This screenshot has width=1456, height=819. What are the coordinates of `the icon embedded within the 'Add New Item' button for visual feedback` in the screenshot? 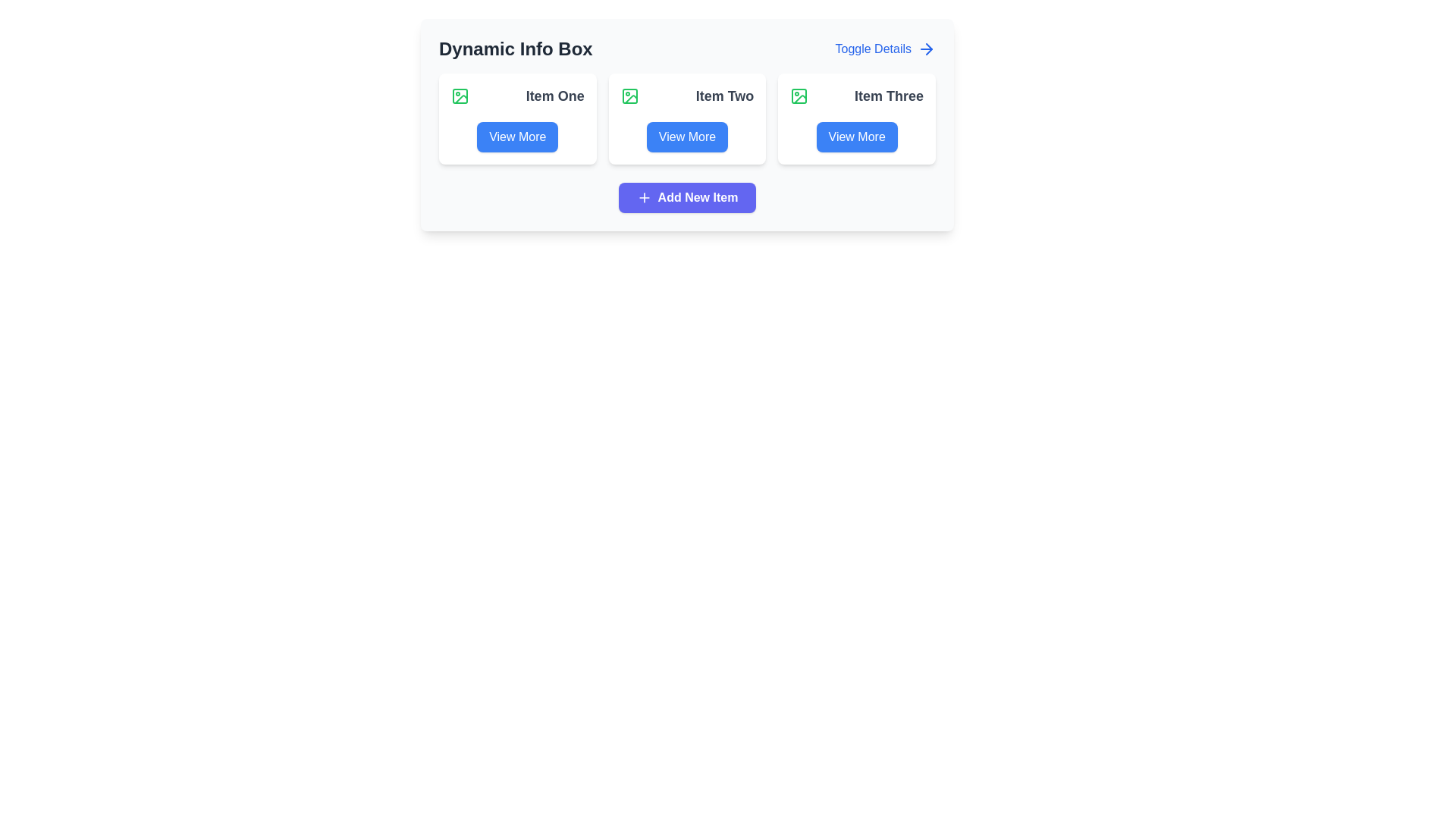 It's located at (644, 197).